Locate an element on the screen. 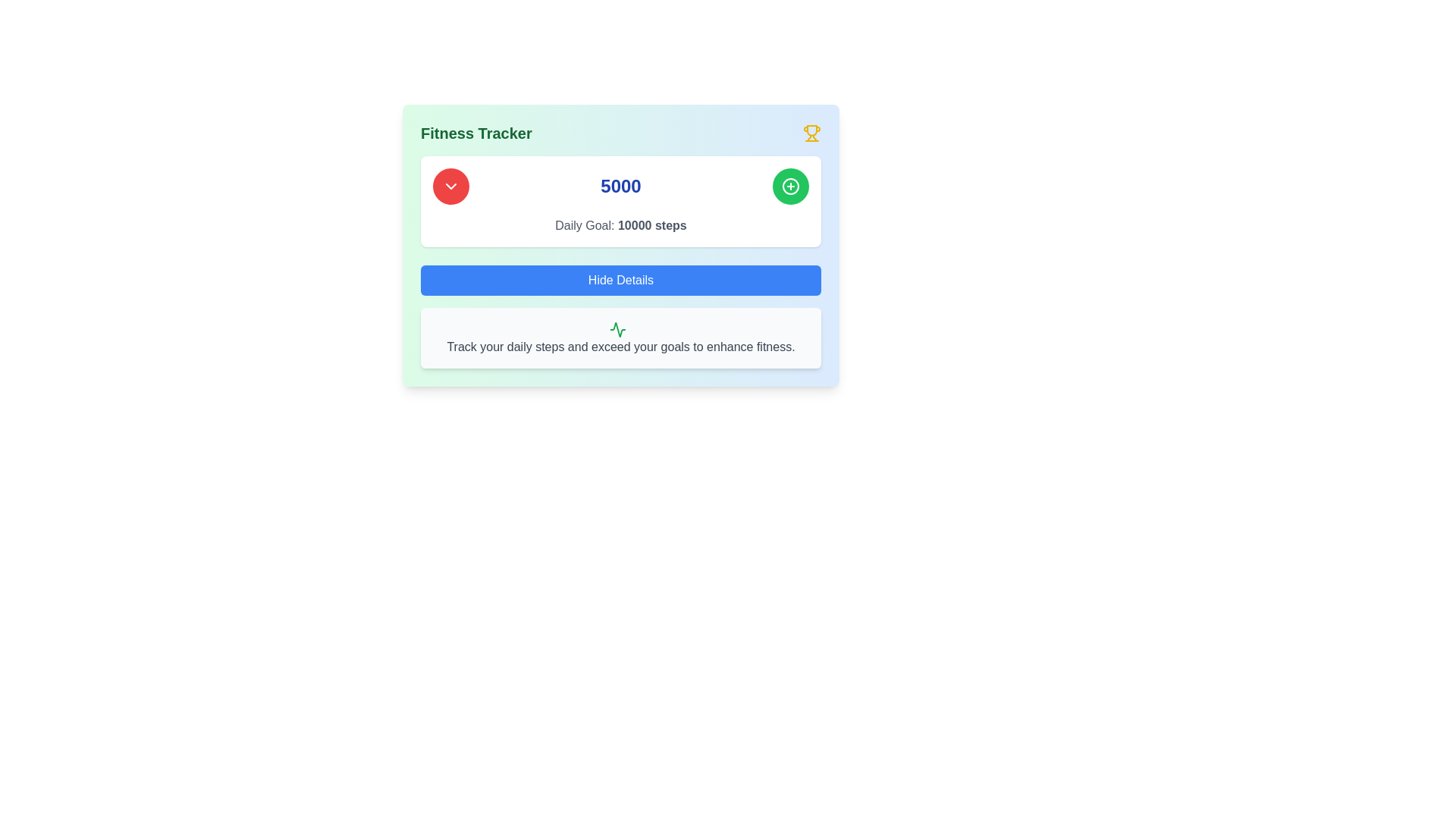 The image size is (1456, 819). the small green activity icon with a waveform-like design located in the information box below the 'Hide Details' button and to the left of the descriptive text is located at coordinates (618, 328).